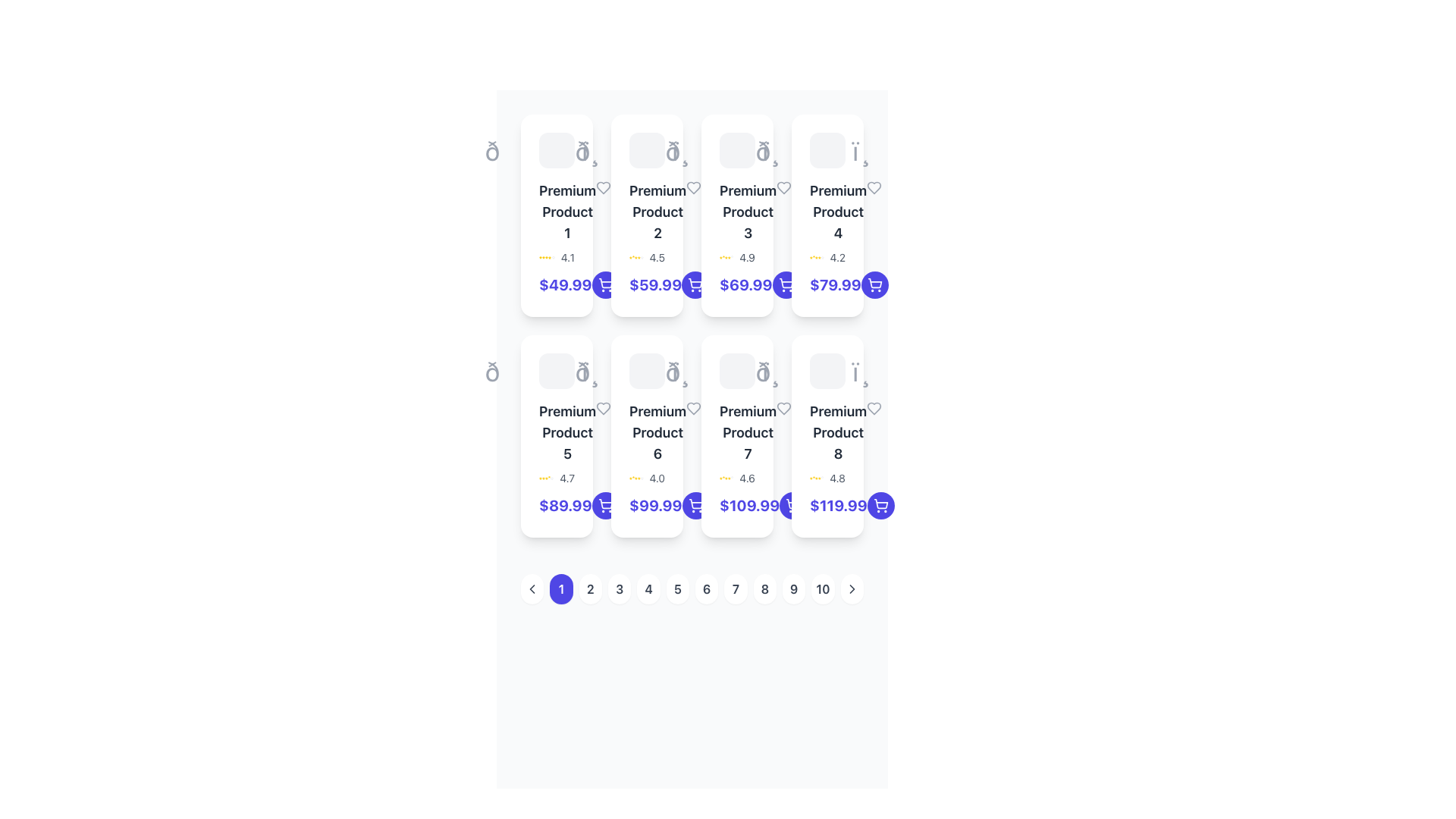  What do you see at coordinates (556, 212) in the screenshot?
I see `the text label that reads 'Premium Product 1', which is a bold title in a dark color located in the upper left corner of the product grid` at bounding box center [556, 212].